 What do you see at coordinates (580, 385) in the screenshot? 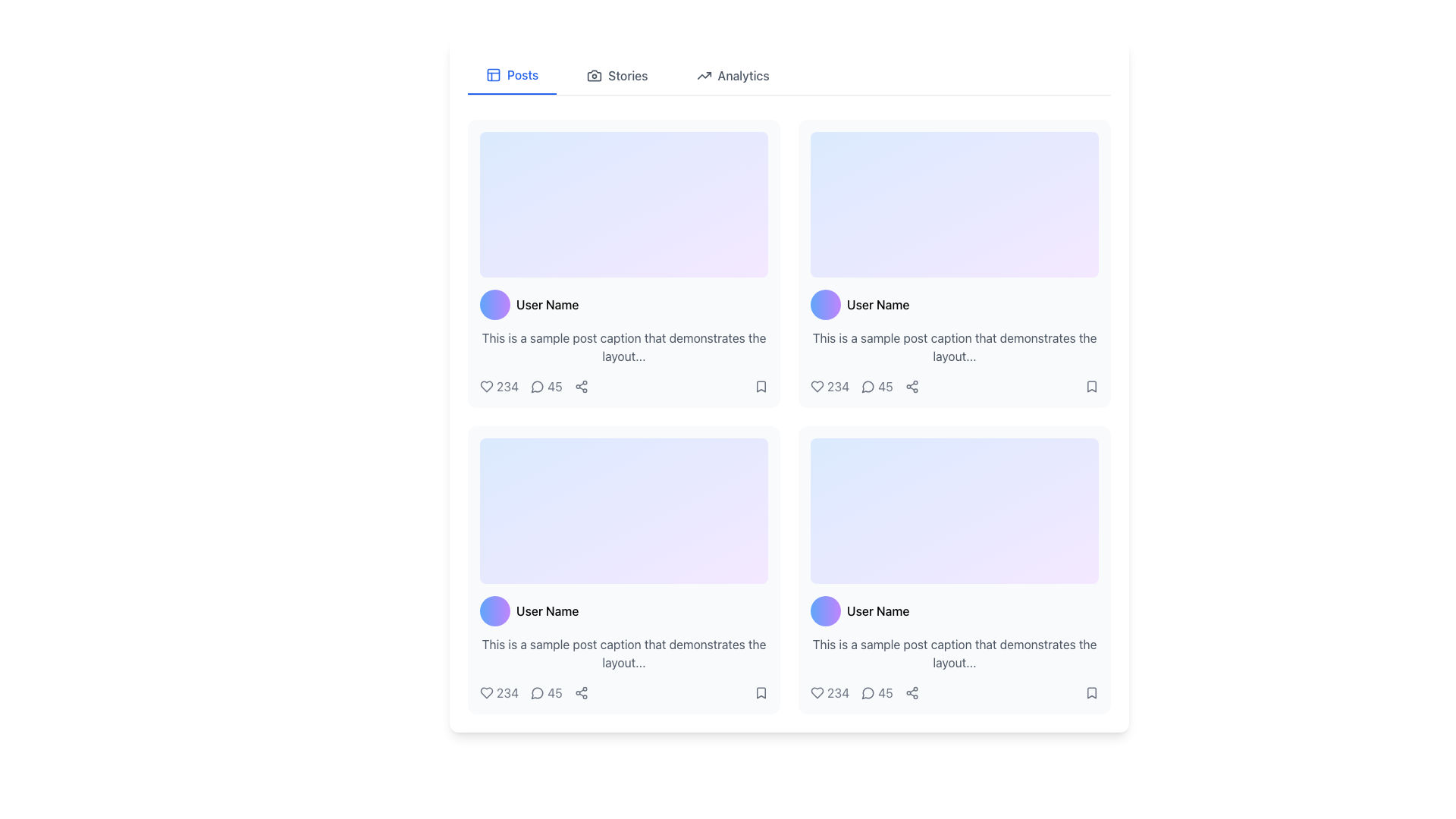
I see `the share button located as the third interactive option in the social interaction row, positioned under the text caption of the post, to share the content` at bounding box center [580, 385].